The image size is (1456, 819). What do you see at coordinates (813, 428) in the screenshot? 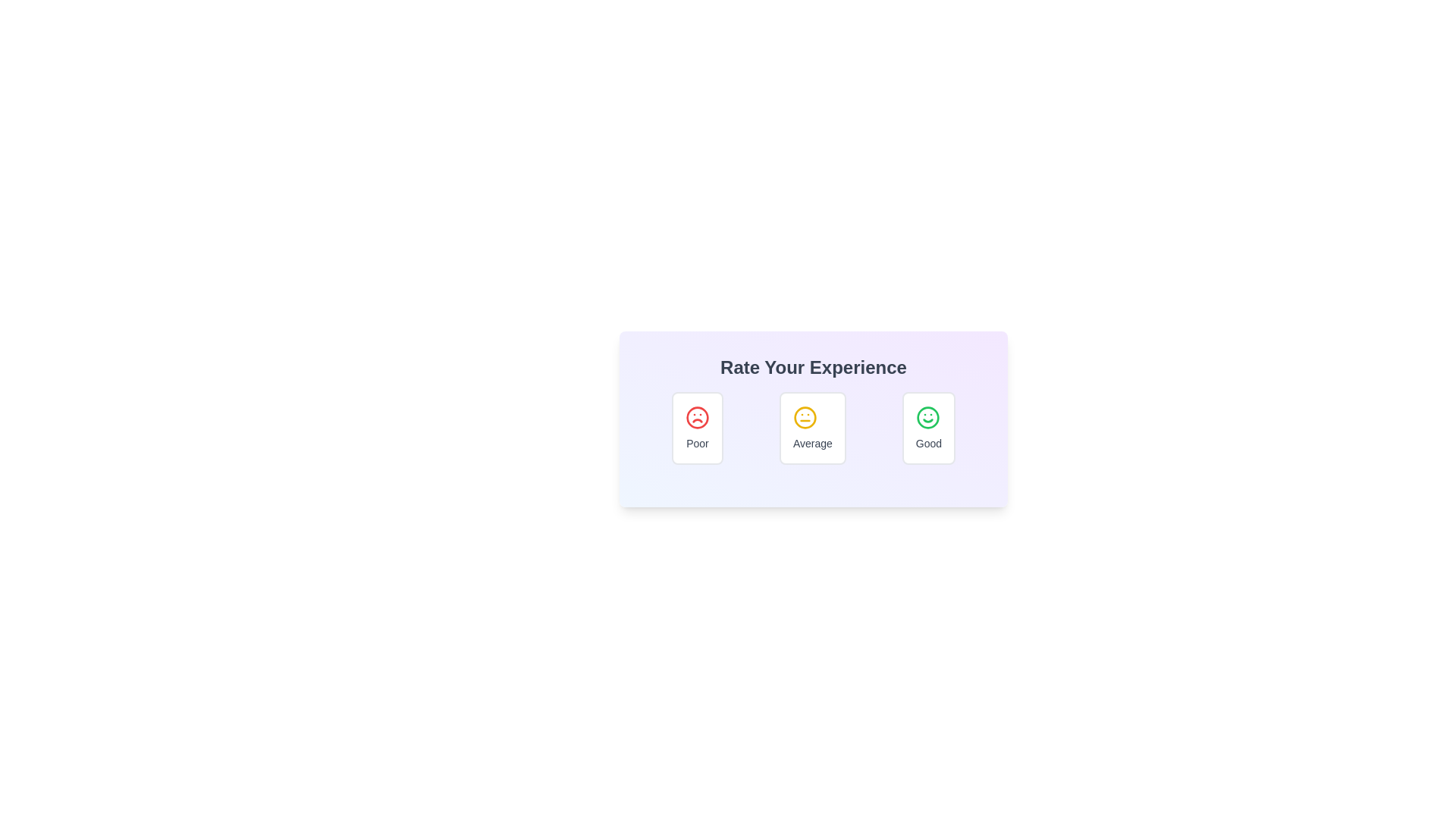
I see `the individual rating option in the row of interactive rating buttons labeled 'Average' located within the 'Rate Your Experience' section` at bounding box center [813, 428].